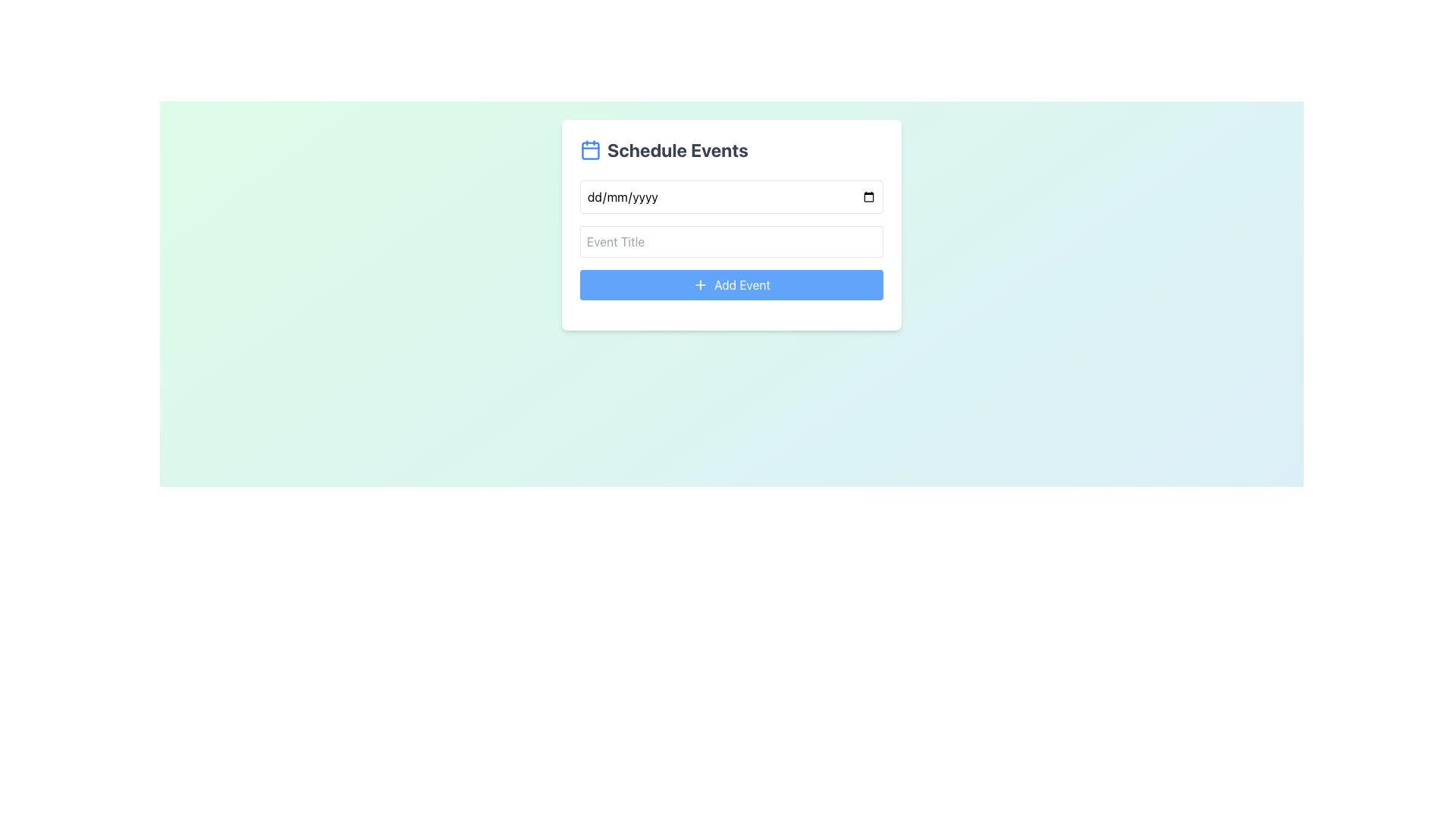  What do you see at coordinates (589, 149) in the screenshot?
I see `the blue outlined calendar icon located to the left of the 'Schedule Events' text` at bounding box center [589, 149].